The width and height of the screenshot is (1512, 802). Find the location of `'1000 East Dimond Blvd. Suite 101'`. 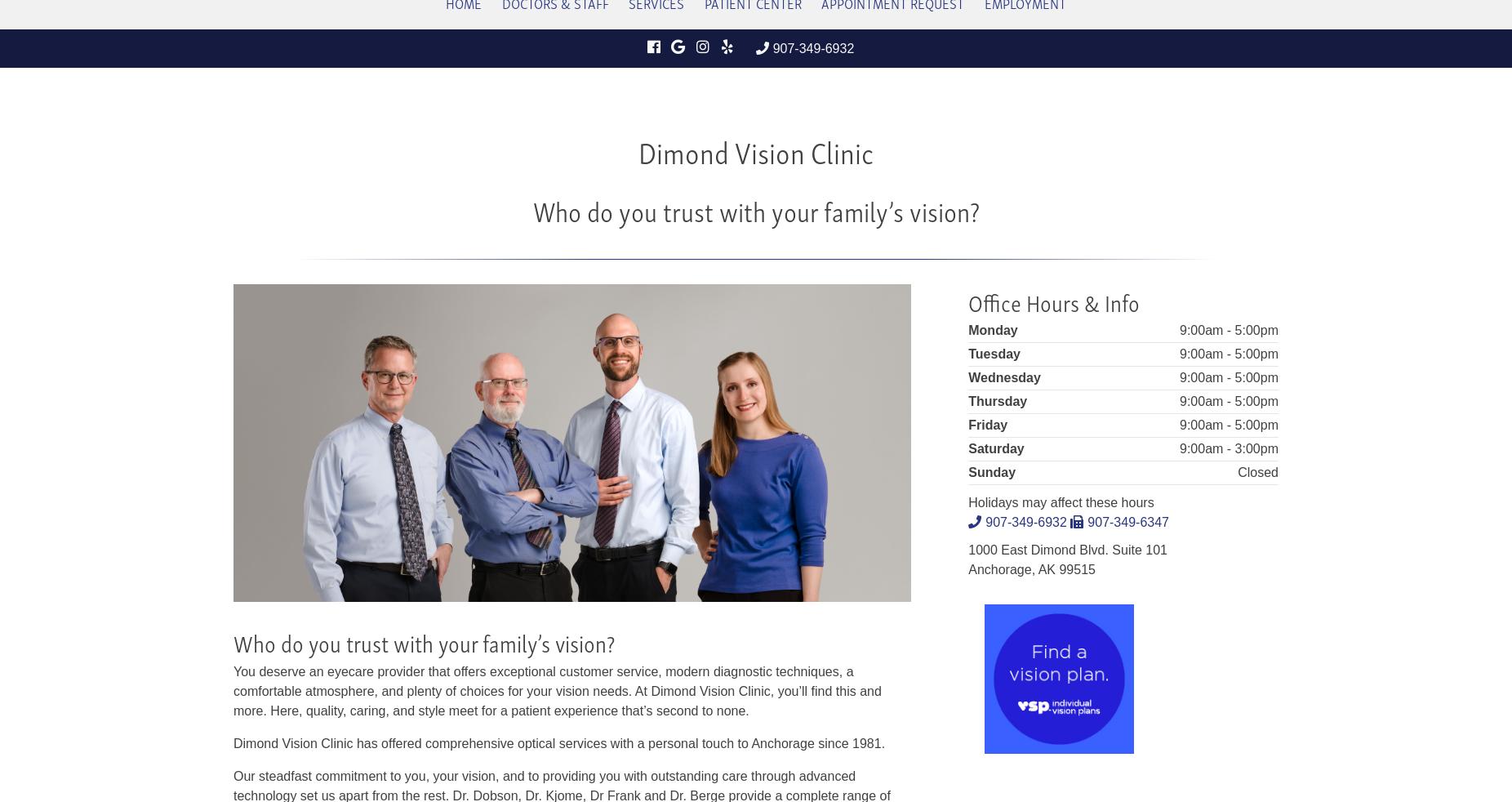

'1000 East Dimond Blvd. Suite 101' is located at coordinates (1067, 549).